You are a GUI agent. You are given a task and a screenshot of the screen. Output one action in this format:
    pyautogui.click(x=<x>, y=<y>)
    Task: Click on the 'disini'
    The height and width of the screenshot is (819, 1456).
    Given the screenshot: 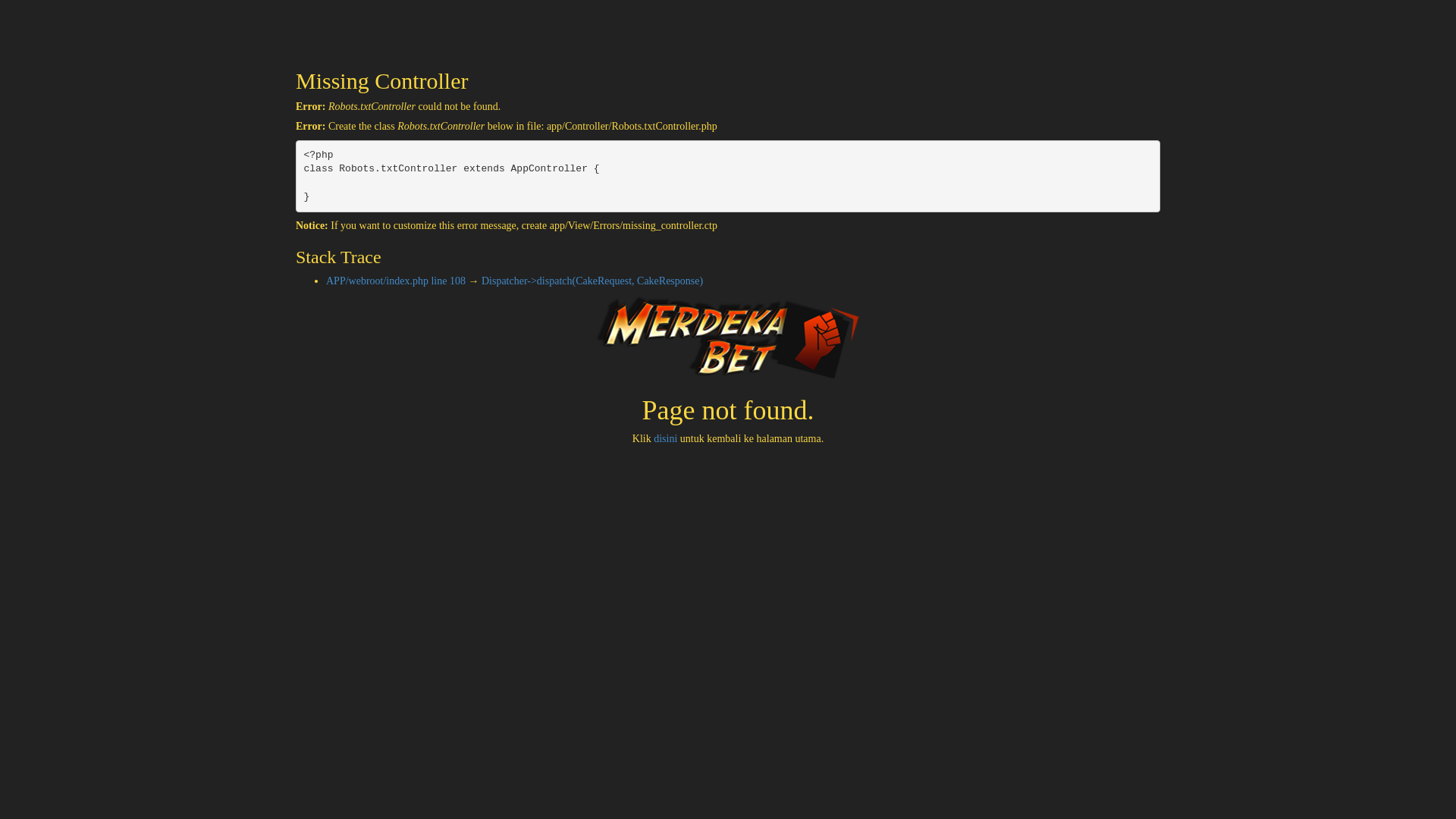 What is the action you would take?
    pyautogui.click(x=665, y=438)
    